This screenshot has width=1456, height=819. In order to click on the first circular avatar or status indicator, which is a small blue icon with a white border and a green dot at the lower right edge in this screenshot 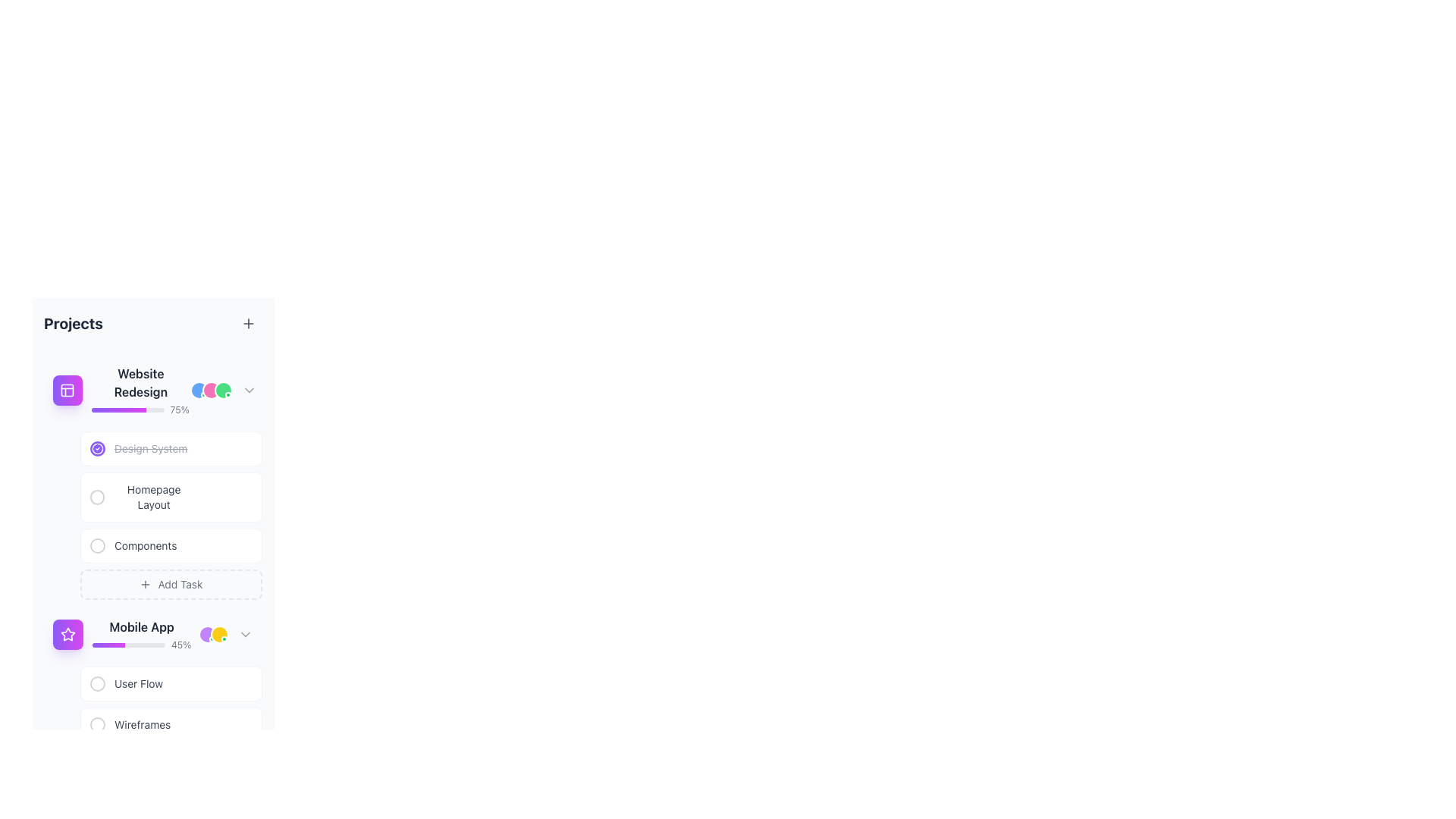, I will do `click(199, 390)`.